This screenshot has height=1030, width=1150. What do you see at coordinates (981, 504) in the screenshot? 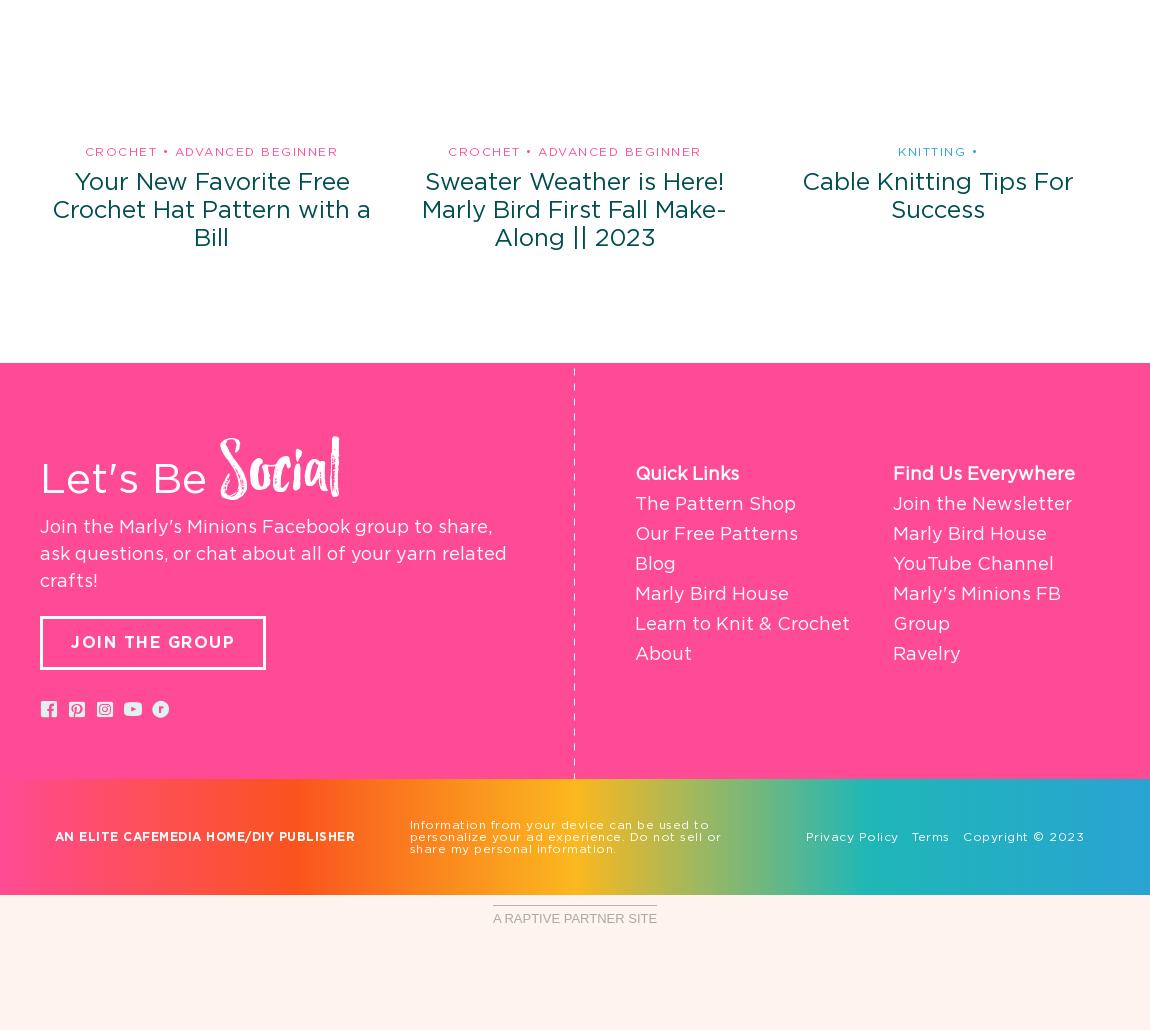
I see `'Join the Newsletter'` at bounding box center [981, 504].